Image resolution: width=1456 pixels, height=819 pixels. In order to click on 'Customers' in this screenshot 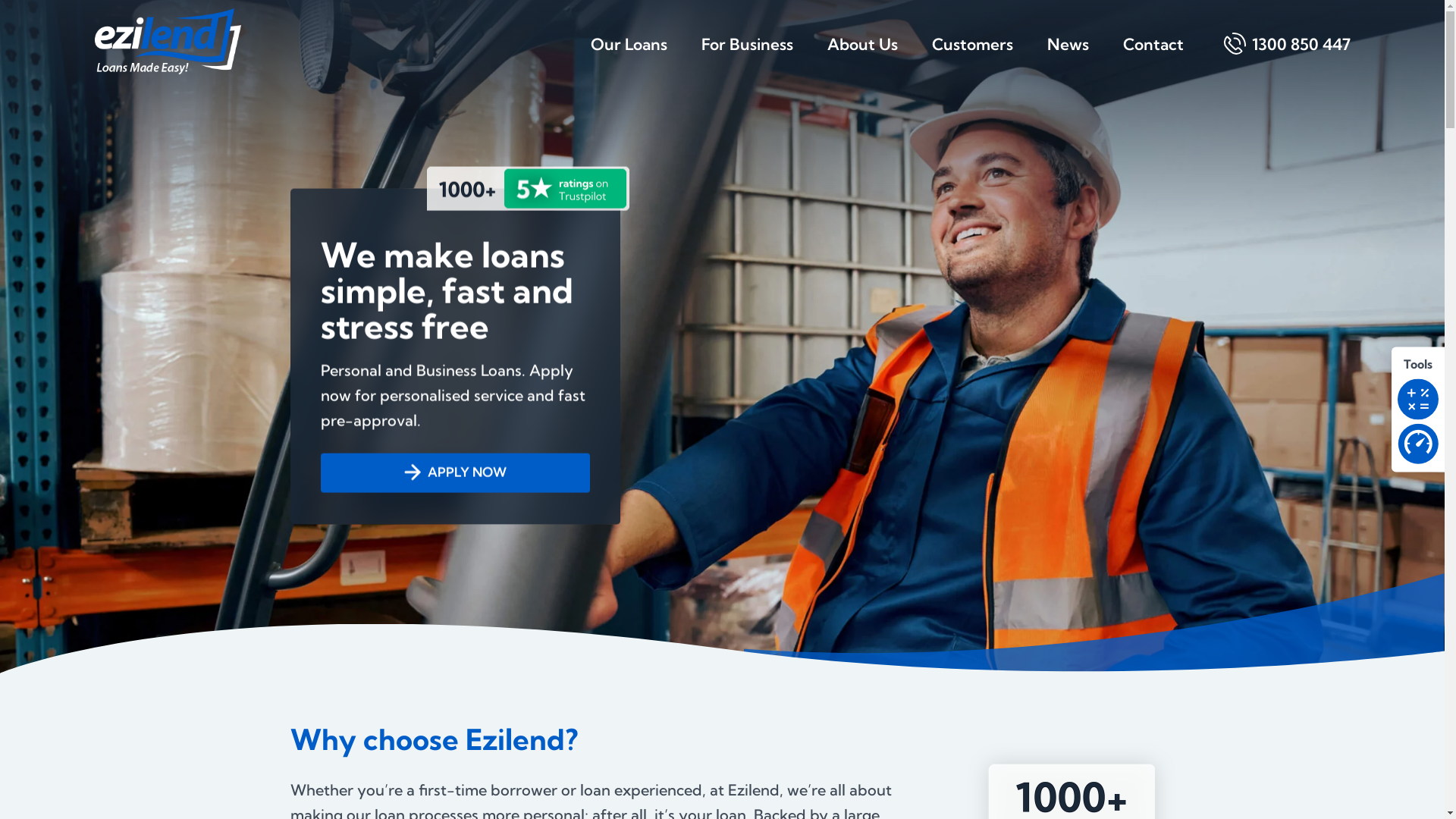, I will do `click(971, 55)`.